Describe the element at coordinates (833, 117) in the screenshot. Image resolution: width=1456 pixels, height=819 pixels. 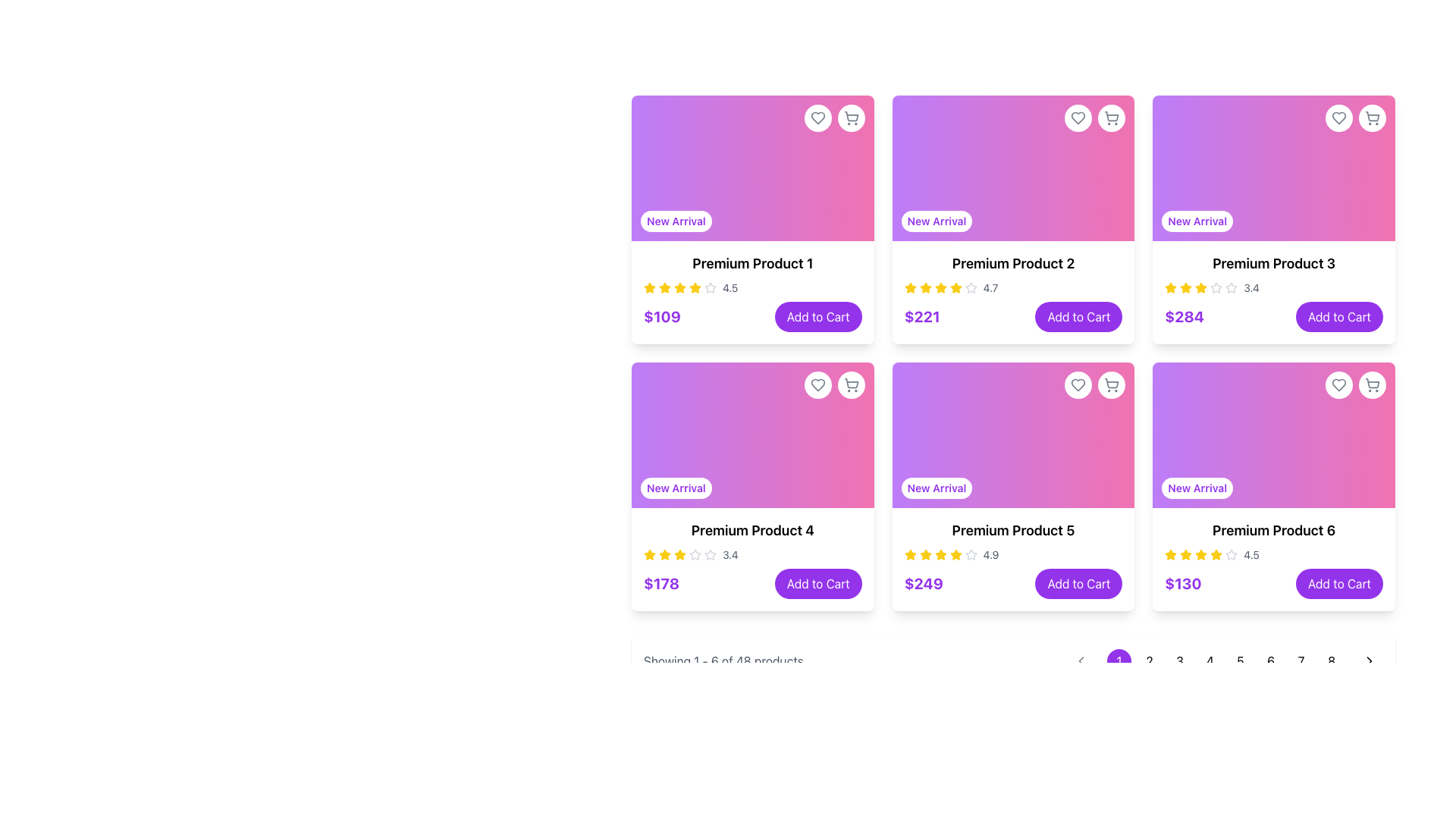
I see `the Interactive Icon Pair in the top right corner of the product card for 'Premium Product 1', which includes a heart icon for adding to wishlist and a cart icon for adding to shopping cart` at that location.